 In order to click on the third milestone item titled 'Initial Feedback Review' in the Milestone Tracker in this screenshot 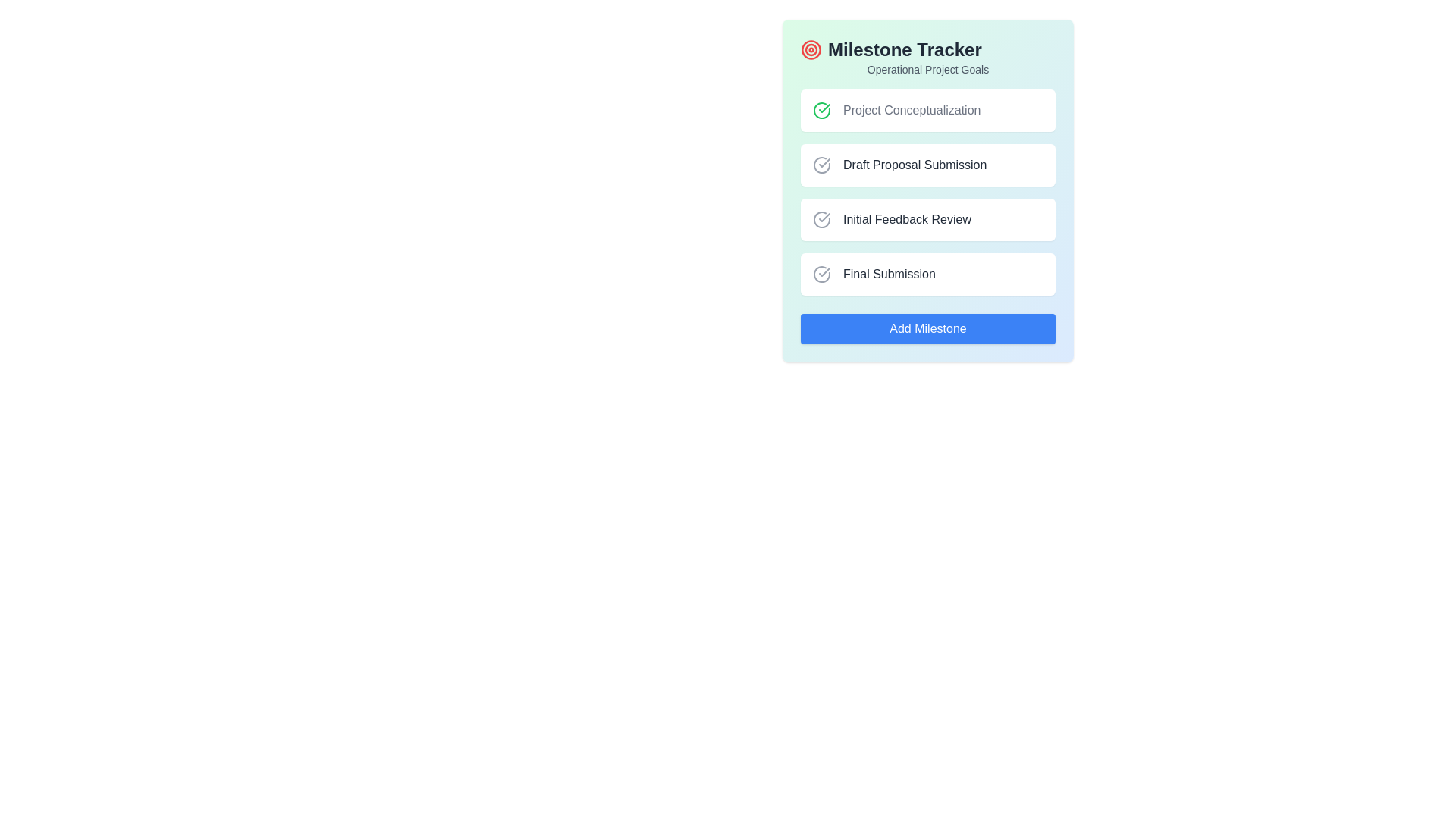, I will do `click(927, 219)`.